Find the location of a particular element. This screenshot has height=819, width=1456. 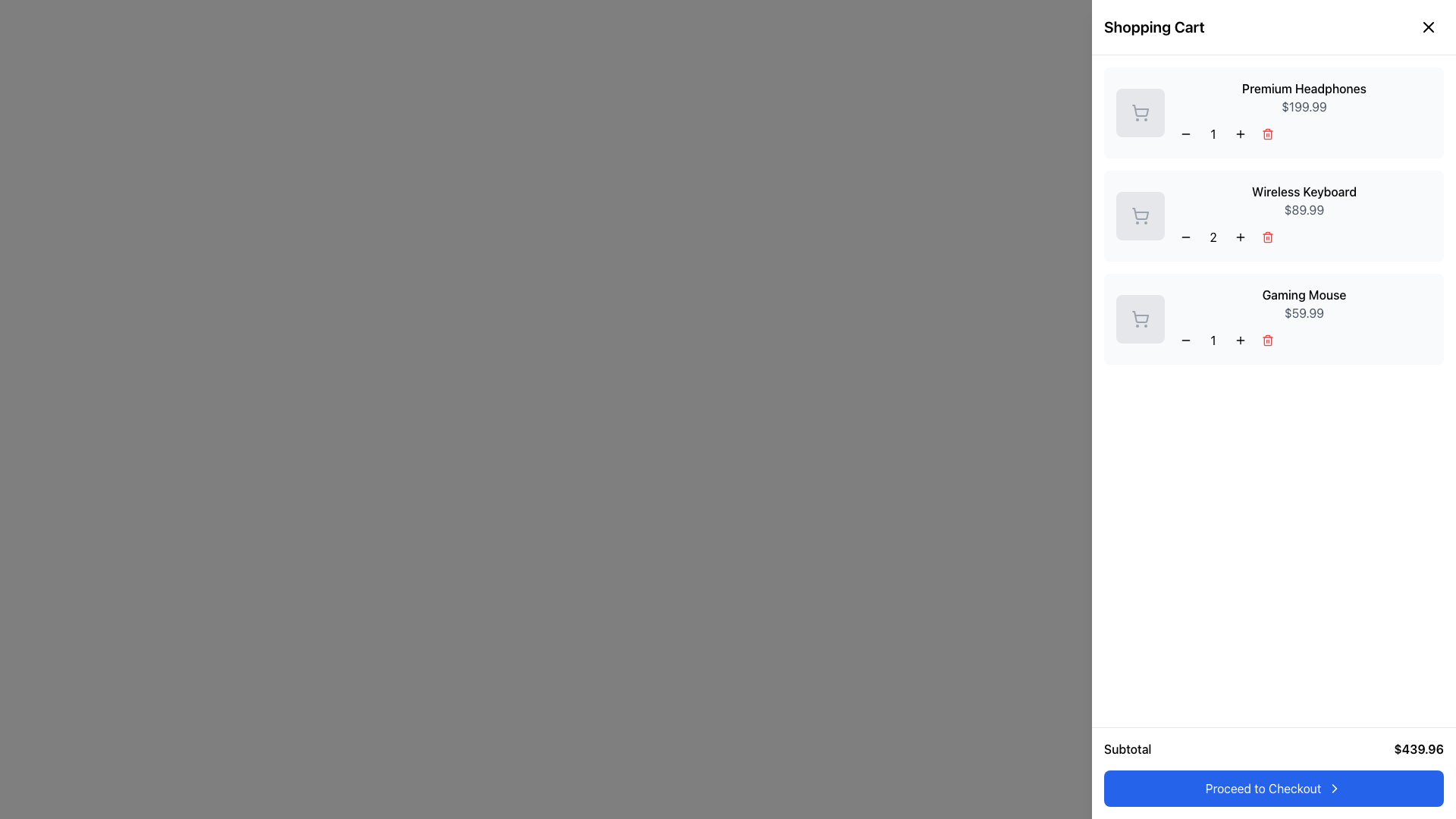

the 'Gaming Mouse' text display element that shows the price '$59.99' in a subtle gray color, located in the shopping cart interface as the third item listed is located at coordinates (1303, 318).